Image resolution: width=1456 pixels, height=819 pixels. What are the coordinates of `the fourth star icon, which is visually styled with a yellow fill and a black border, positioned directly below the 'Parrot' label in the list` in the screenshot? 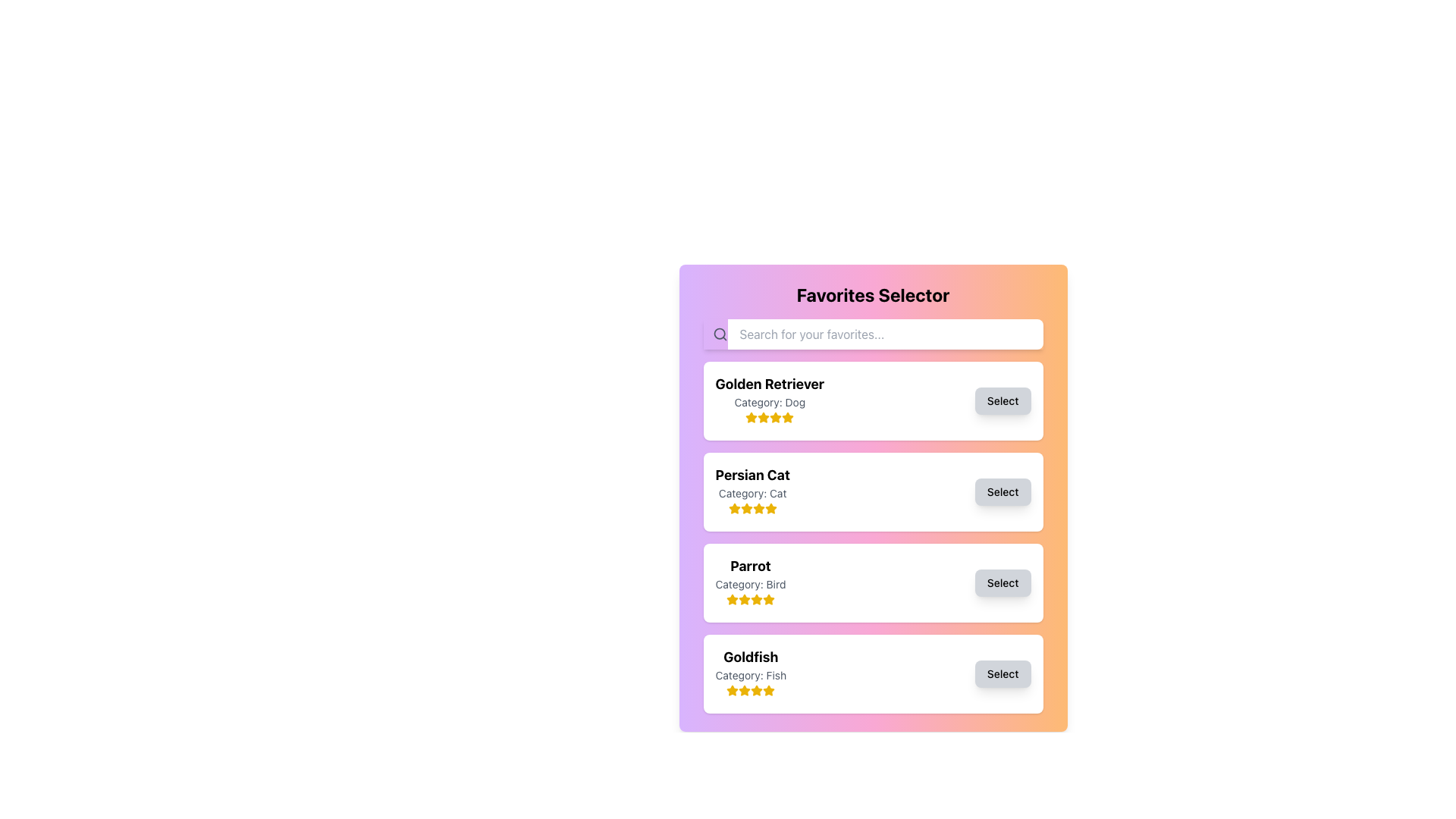 It's located at (768, 598).